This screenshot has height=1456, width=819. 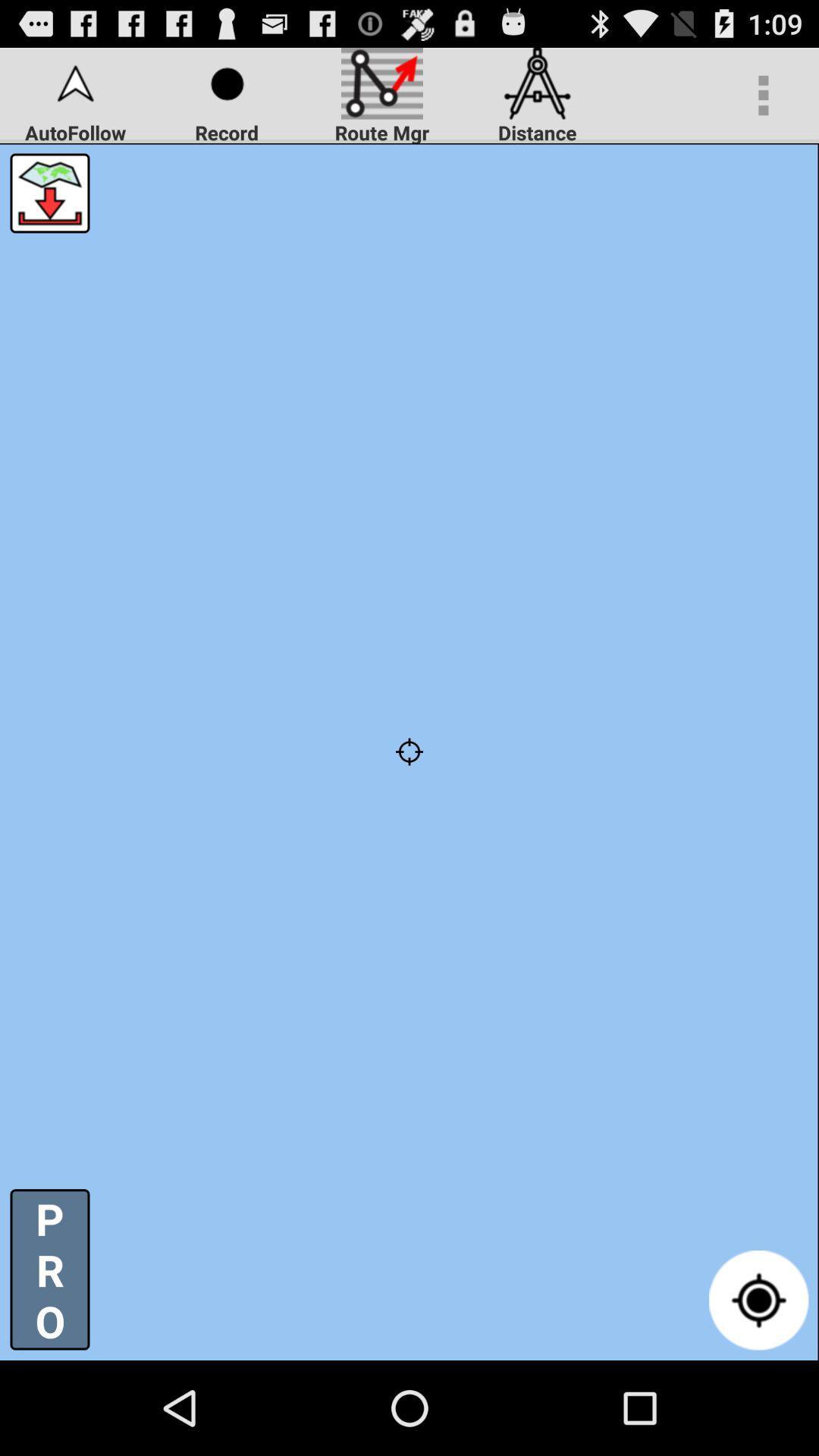 What do you see at coordinates (49, 192) in the screenshot?
I see `the icon to the left of record icon` at bounding box center [49, 192].